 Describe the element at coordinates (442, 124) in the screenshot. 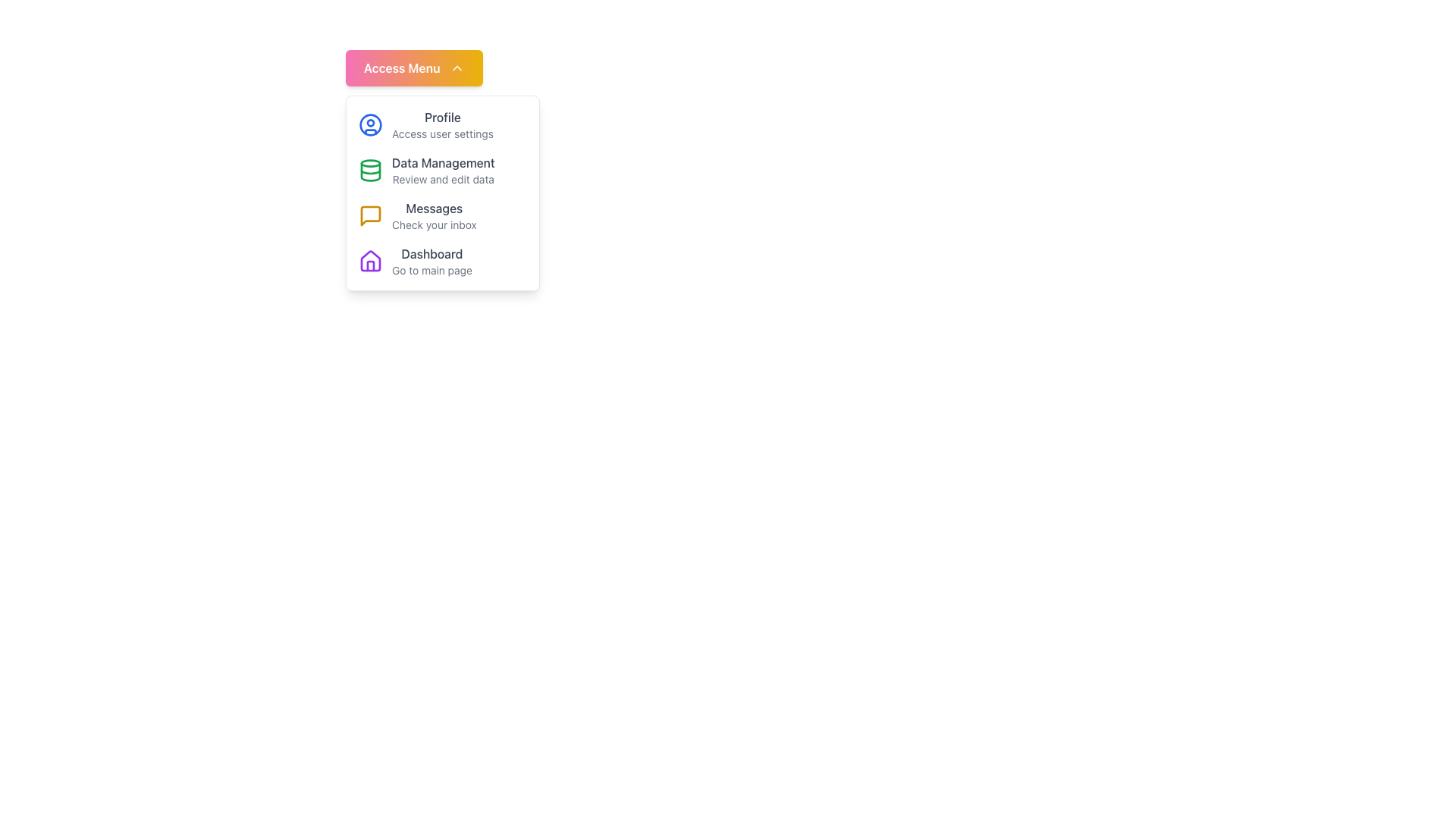

I see `the 'Profile' menu option entry, which features a blue user circle icon and the text 'Profile' in bold` at that location.